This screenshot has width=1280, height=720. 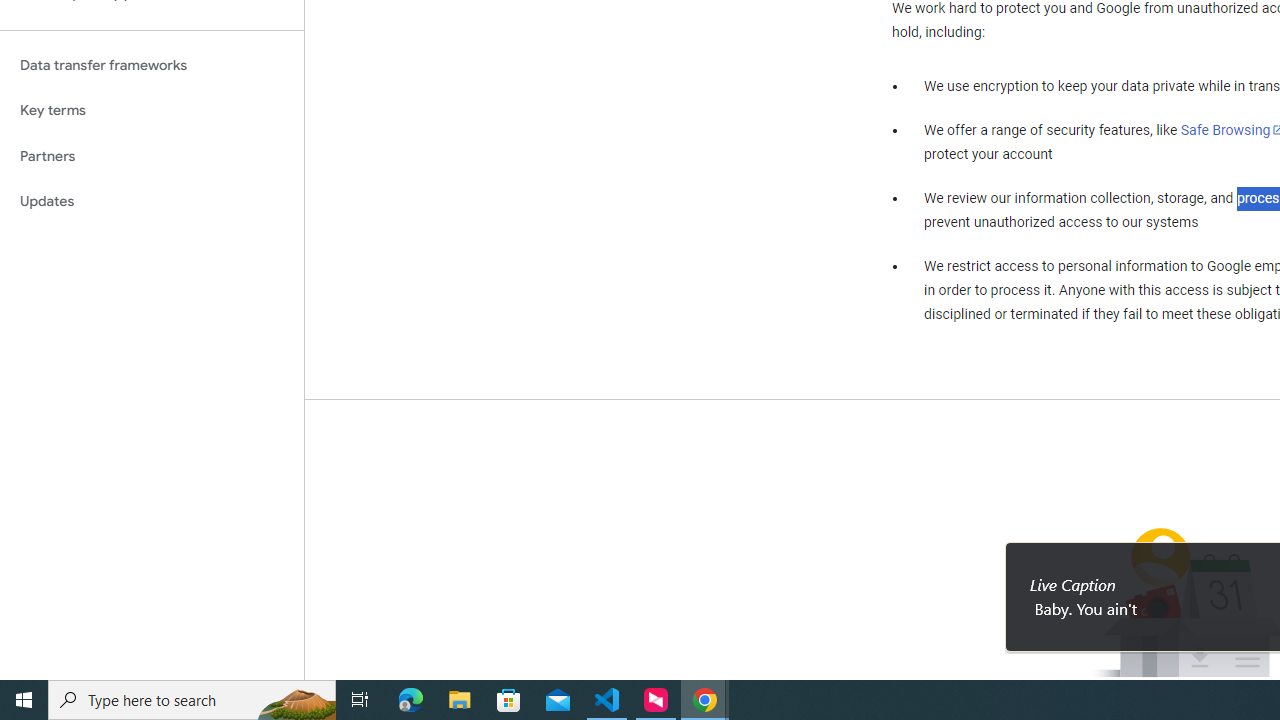 I want to click on 'Data transfer frameworks', so click(x=151, y=64).